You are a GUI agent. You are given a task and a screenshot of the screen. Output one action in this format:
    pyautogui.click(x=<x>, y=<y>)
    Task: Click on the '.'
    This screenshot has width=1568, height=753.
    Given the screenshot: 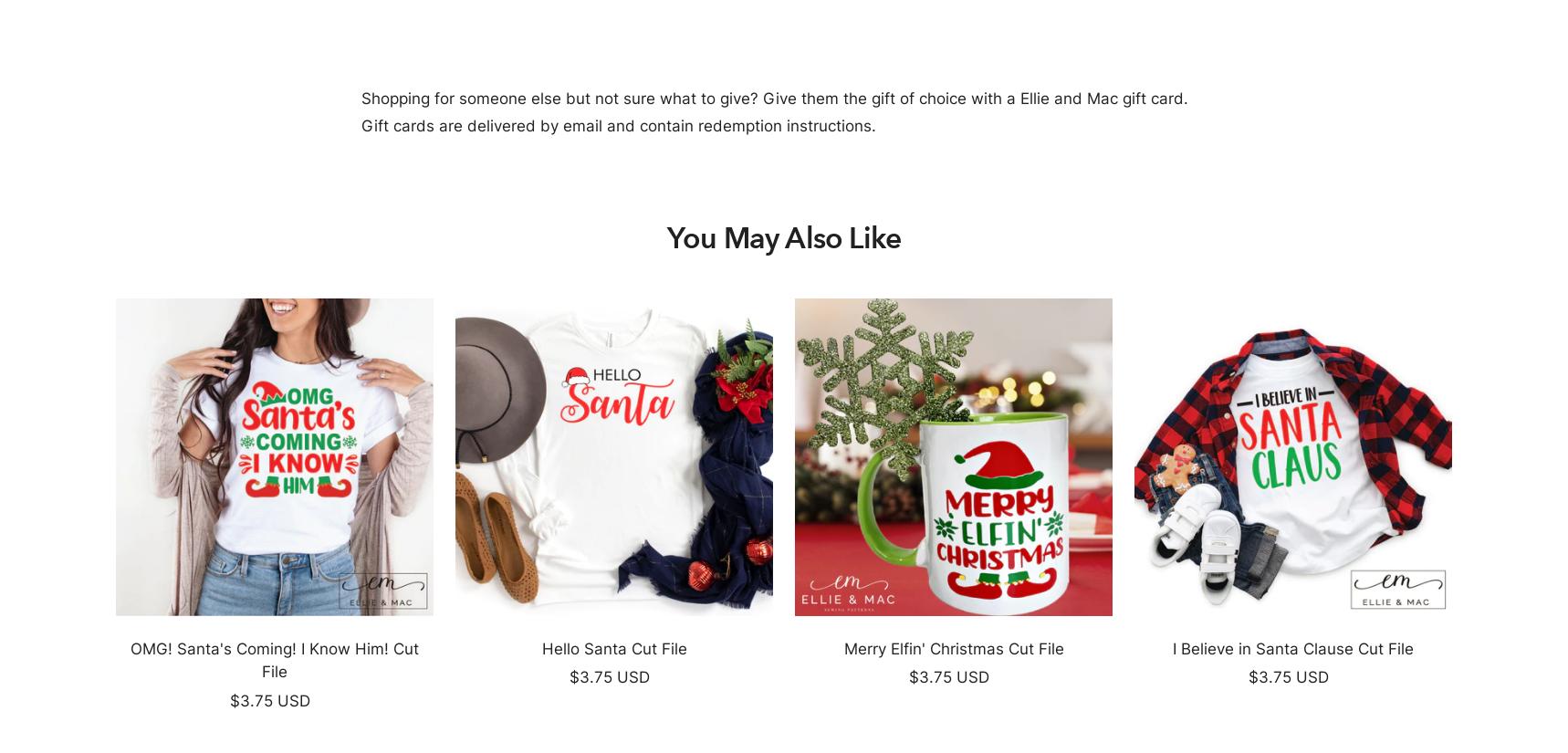 What is the action you would take?
    pyautogui.click(x=1285, y=638)
    